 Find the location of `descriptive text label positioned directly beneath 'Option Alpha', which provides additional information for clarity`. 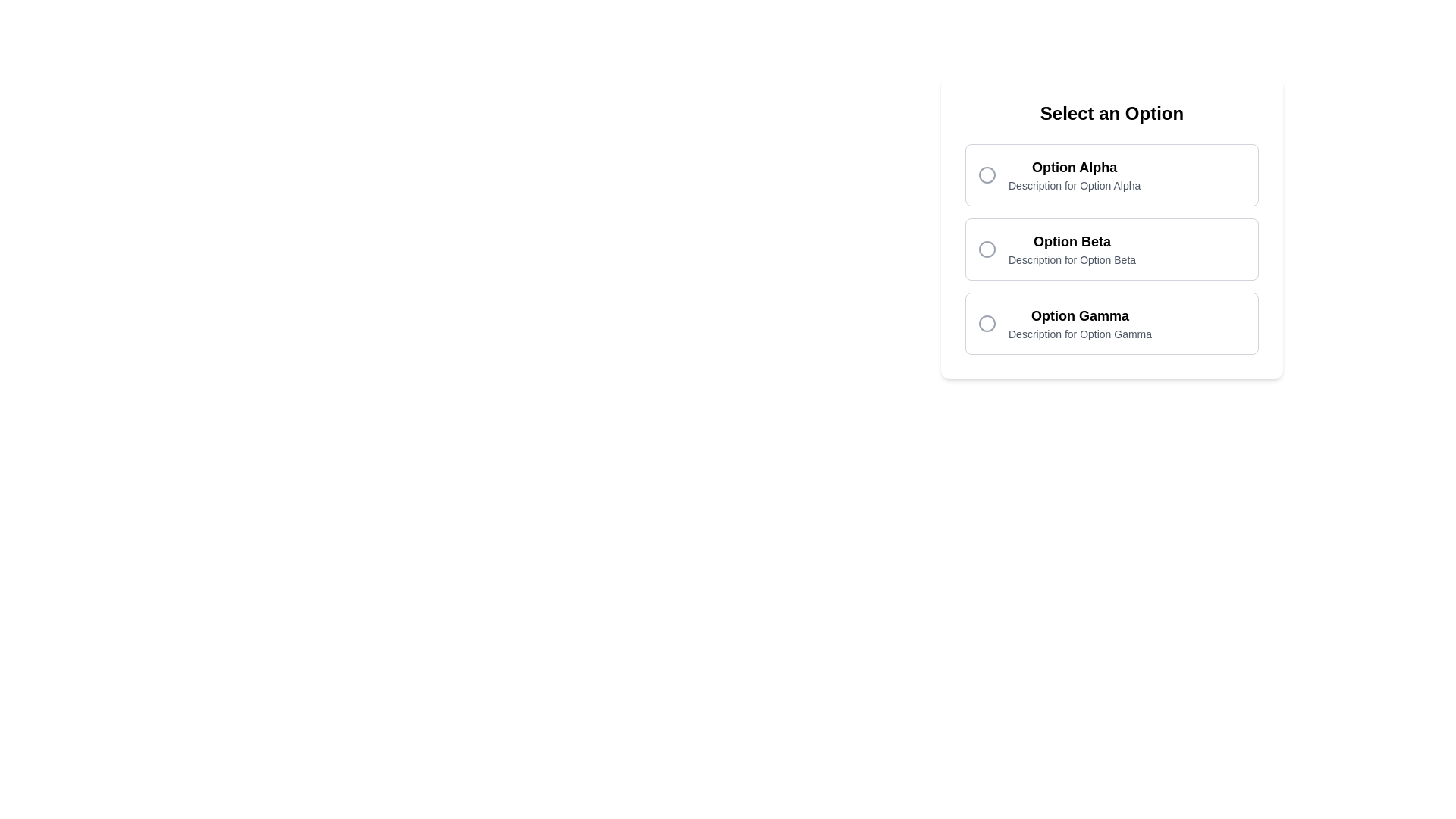

descriptive text label positioned directly beneath 'Option Alpha', which provides additional information for clarity is located at coordinates (1074, 185).